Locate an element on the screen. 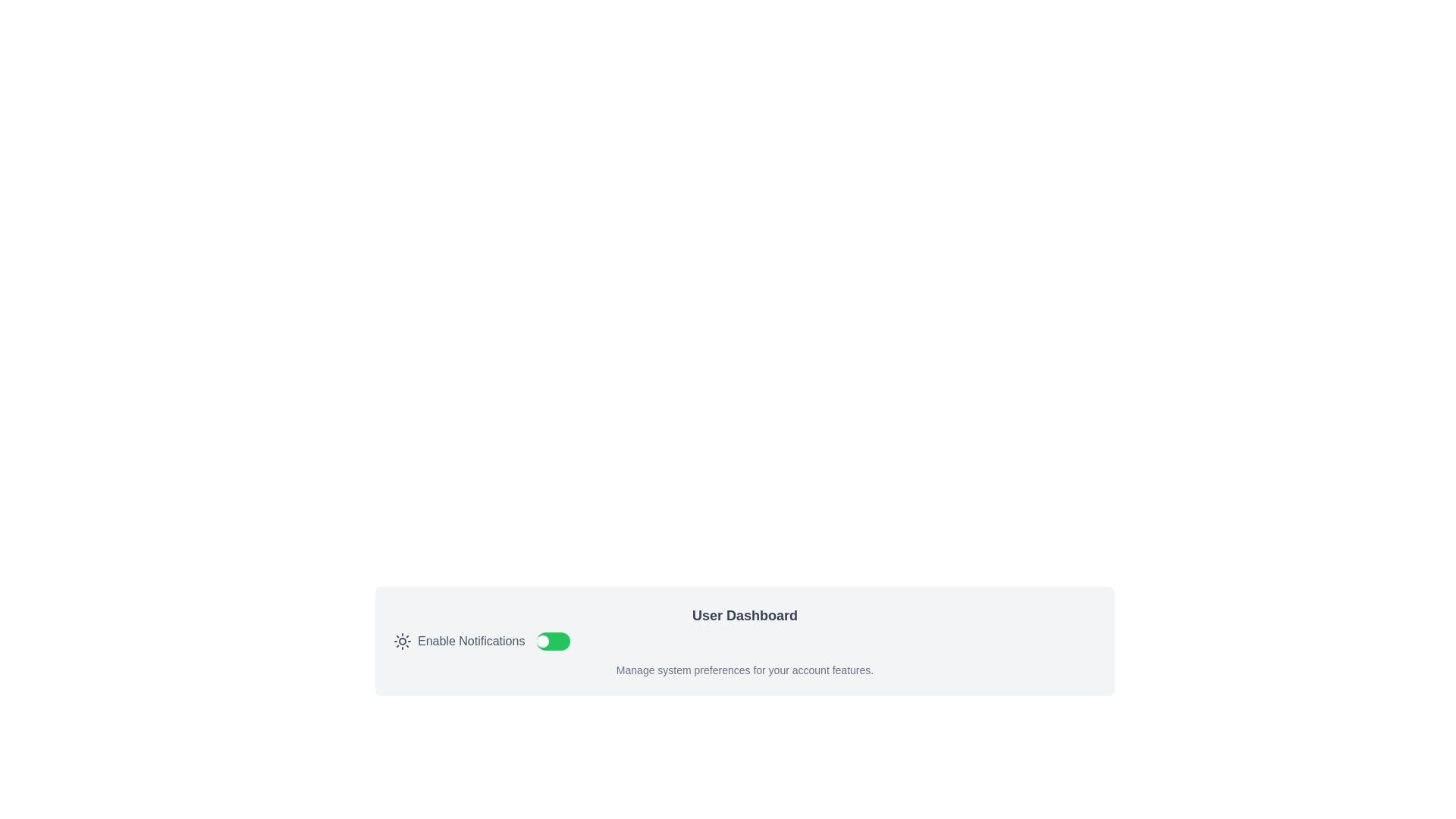 The height and width of the screenshot is (819, 1456). the notification icon located to the immediate left of the 'Enable Notifications' text within the light-colored card layout is located at coordinates (403, 641).